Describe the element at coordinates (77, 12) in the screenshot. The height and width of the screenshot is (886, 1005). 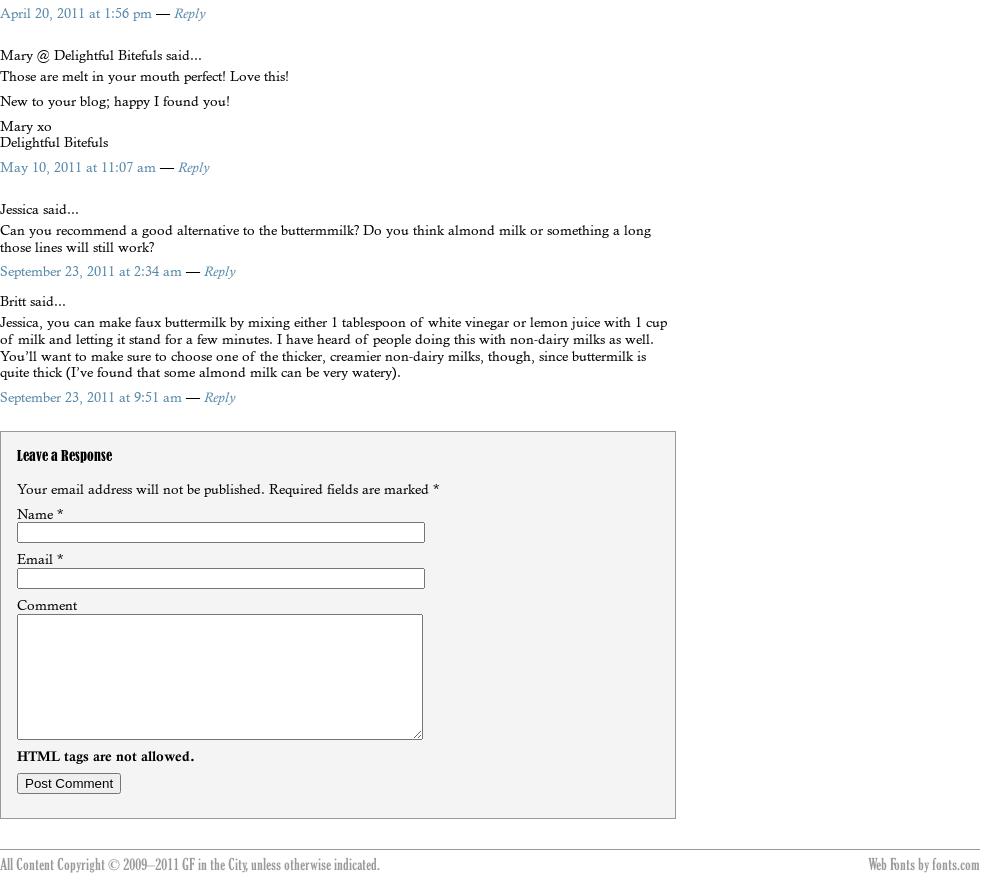
I see `'April 20, 2011 at 1:56 pm'` at that location.